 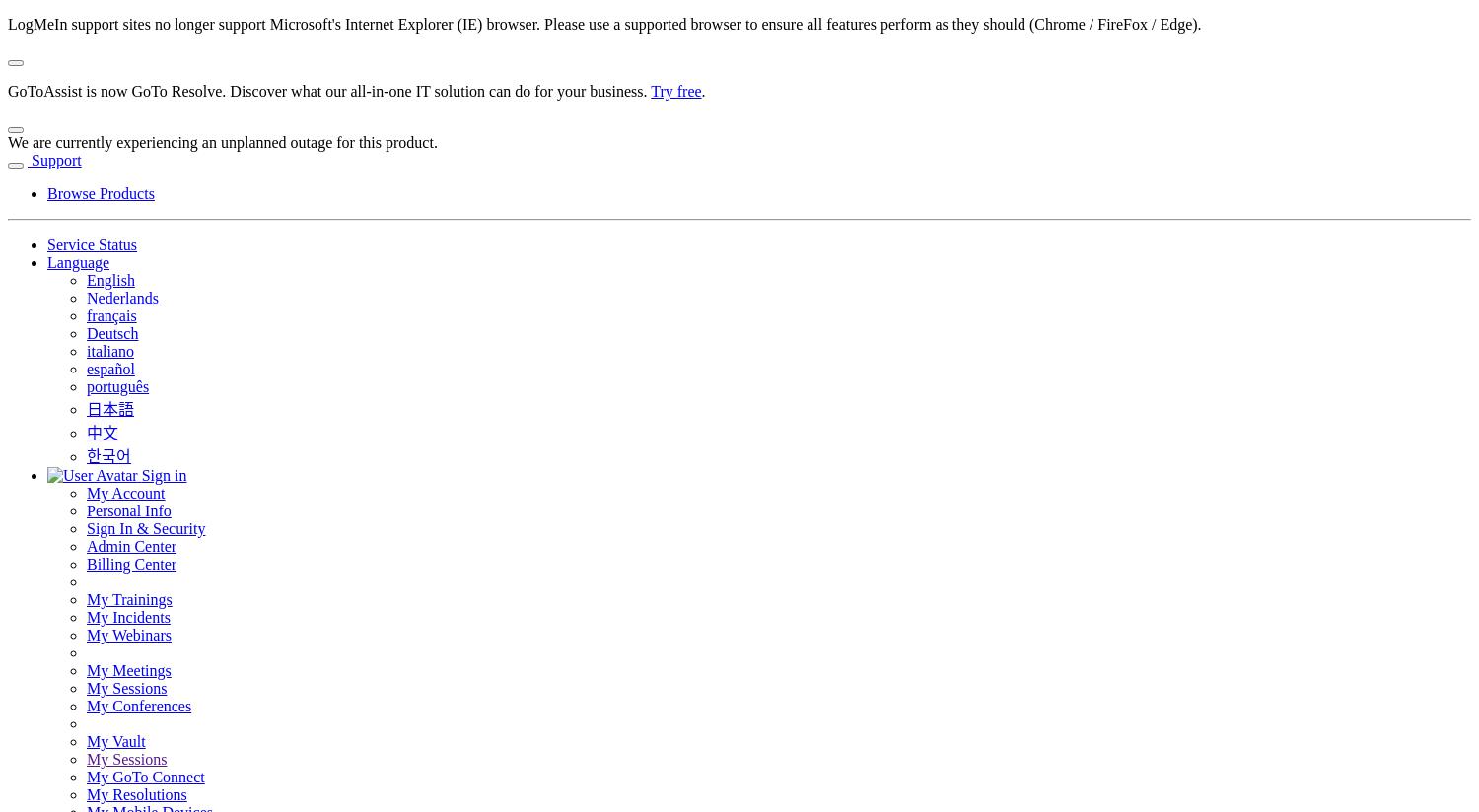 I want to click on 'My Vault', so click(x=114, y=741).